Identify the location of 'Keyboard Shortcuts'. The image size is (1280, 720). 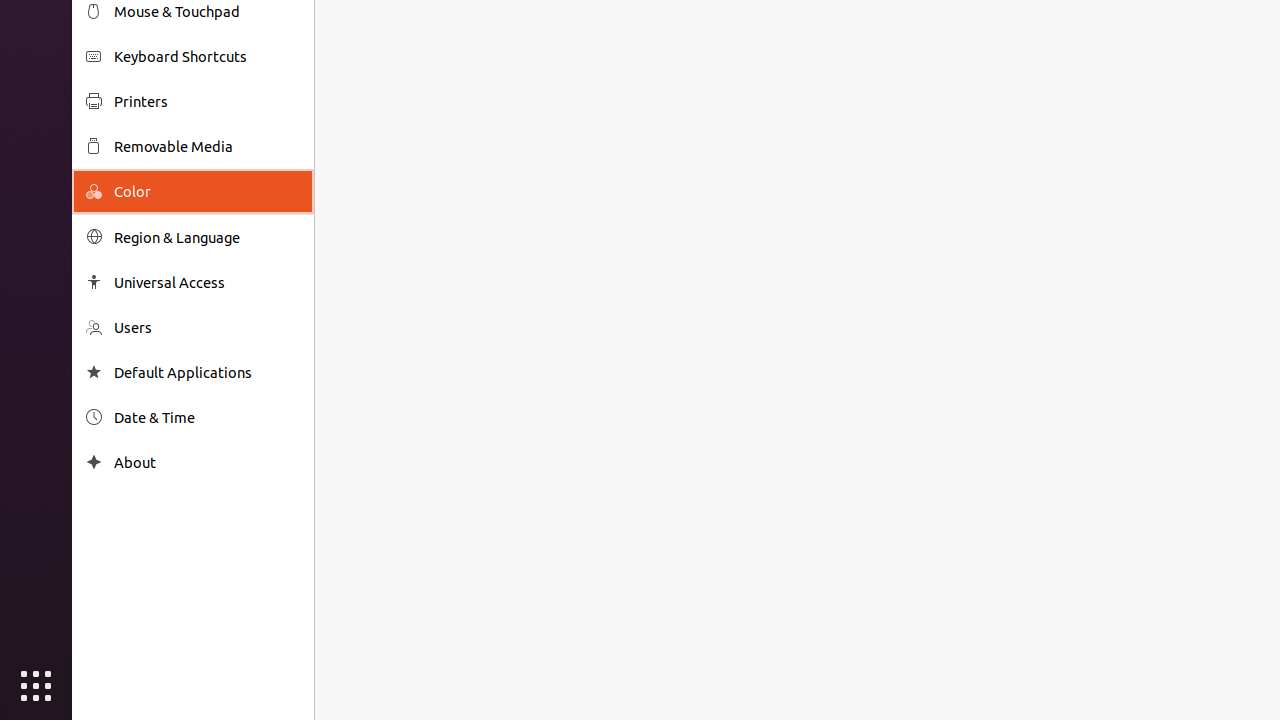
(206, 55).